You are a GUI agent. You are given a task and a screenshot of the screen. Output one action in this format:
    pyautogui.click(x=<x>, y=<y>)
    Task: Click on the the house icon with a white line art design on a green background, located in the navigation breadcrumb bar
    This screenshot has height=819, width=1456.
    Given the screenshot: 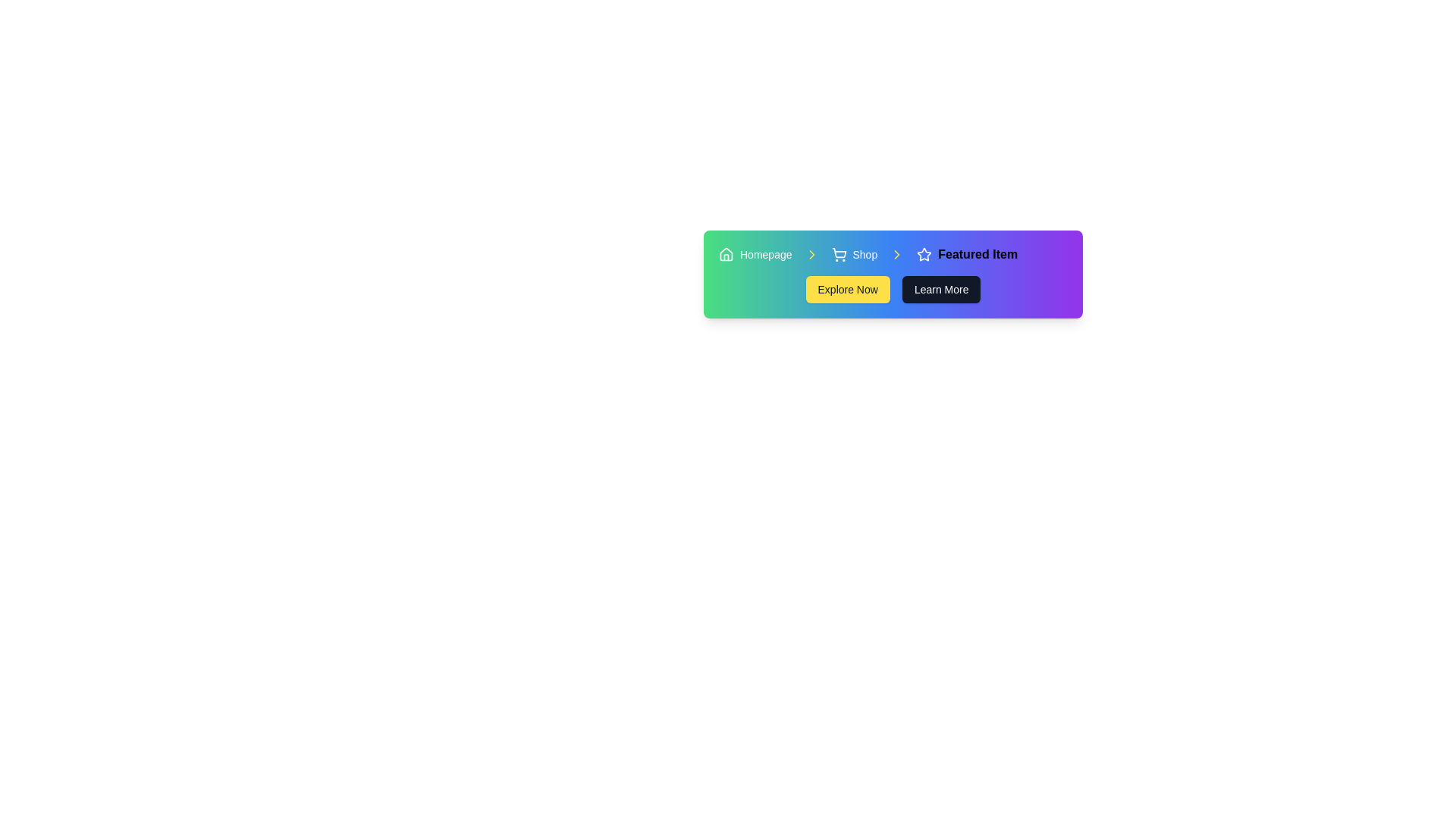 What is the action you would take?
    pyautogui.click(x=726, y=253)
    